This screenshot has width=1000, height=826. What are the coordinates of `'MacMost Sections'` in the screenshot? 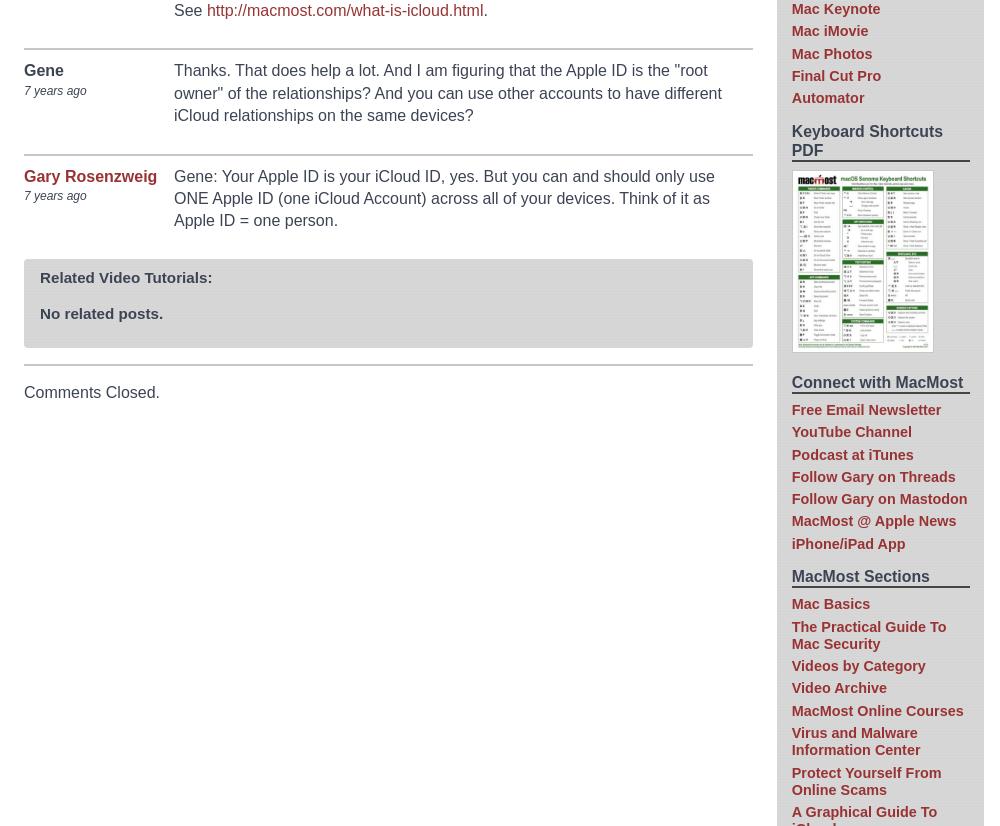 It's located at (859, 575).